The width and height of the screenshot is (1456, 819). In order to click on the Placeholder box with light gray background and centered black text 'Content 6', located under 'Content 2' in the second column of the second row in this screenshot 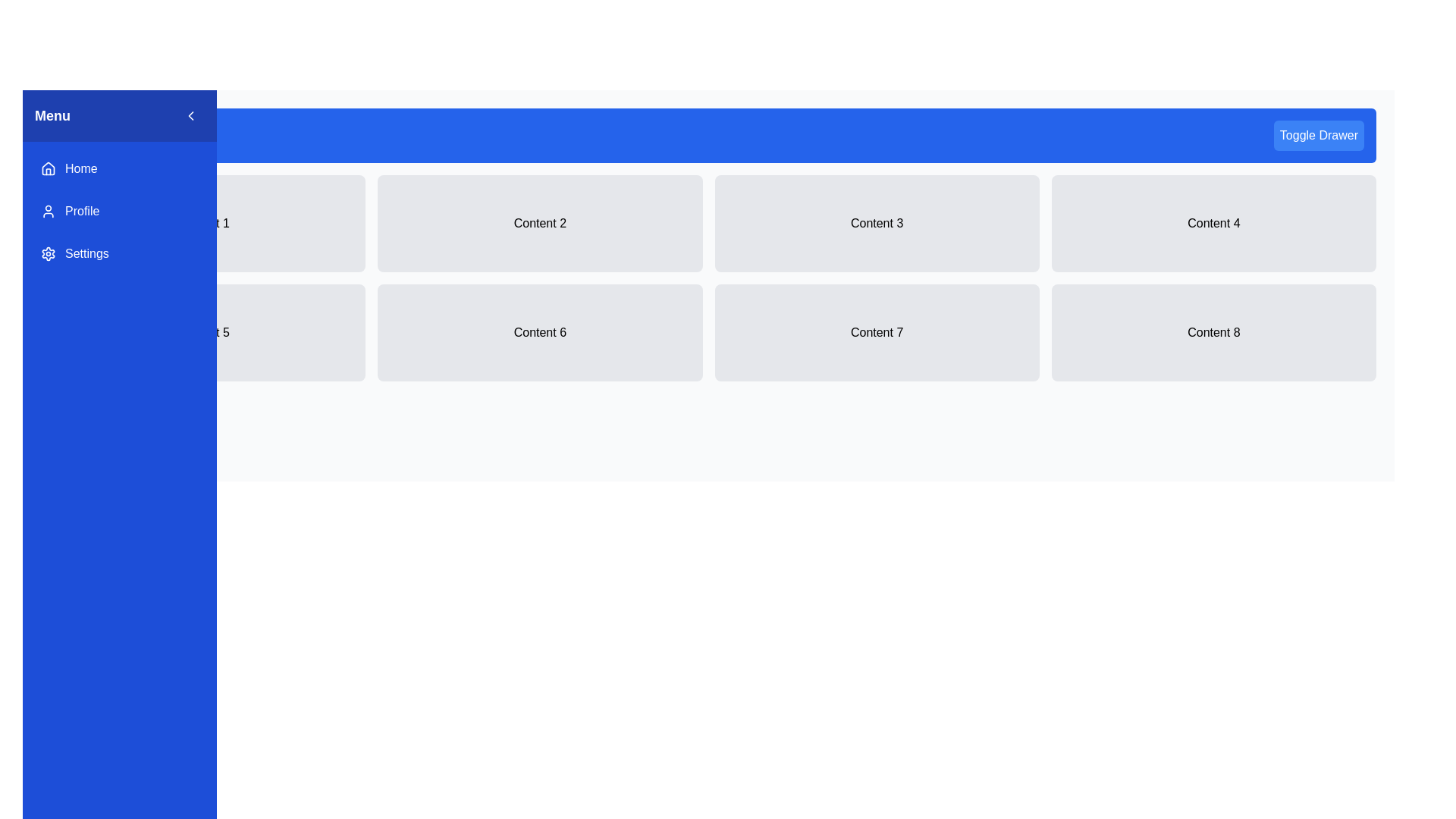, I will do `click(540, 332)`.